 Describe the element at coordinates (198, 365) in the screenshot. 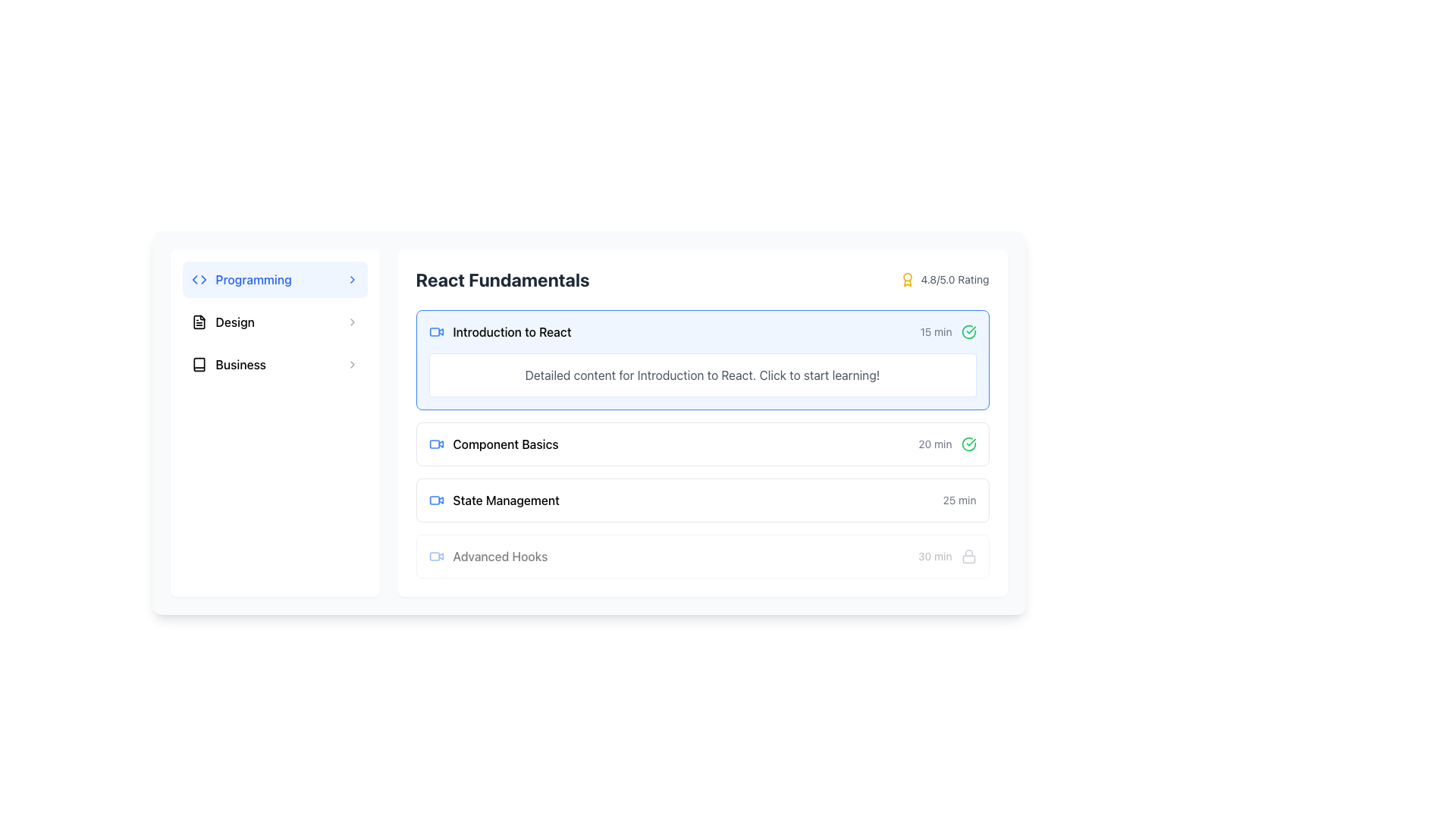

I see `the Icon representing a book in the 'Business' menu` at that location.